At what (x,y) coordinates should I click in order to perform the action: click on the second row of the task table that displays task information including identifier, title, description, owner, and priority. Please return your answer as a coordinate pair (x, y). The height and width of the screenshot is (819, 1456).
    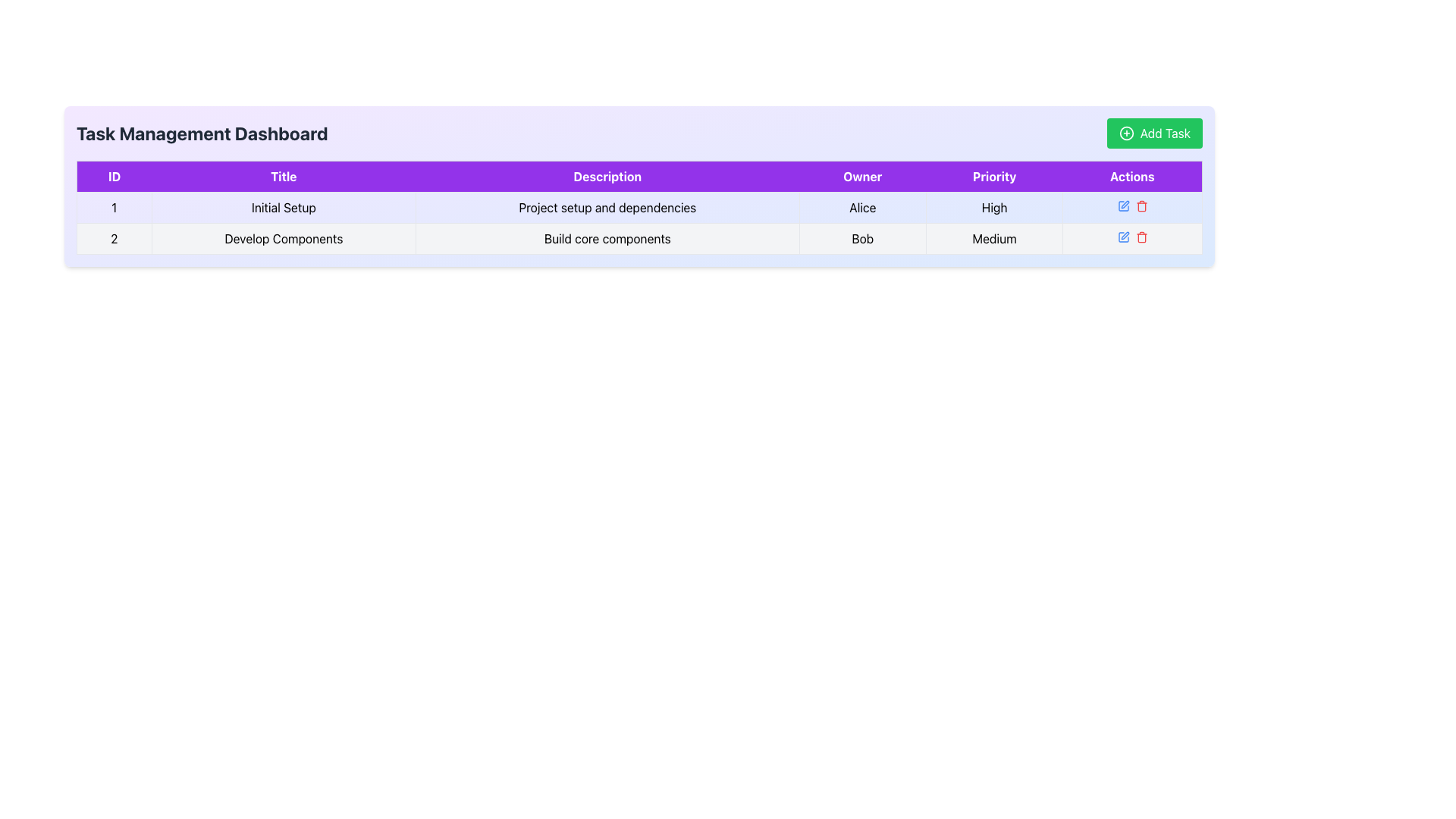
    Looking at the image, I should click on (639, 239).